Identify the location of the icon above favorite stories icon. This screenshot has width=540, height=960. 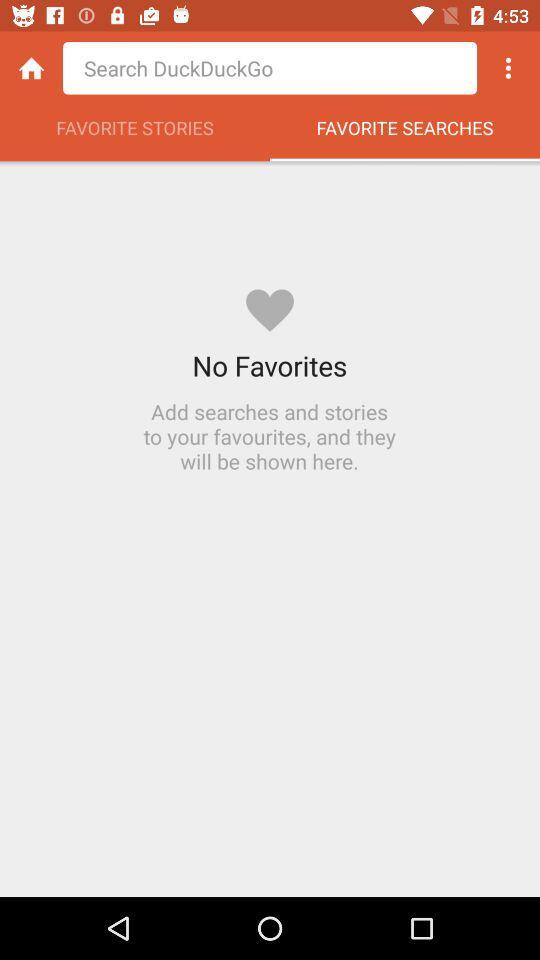
(30, 68).